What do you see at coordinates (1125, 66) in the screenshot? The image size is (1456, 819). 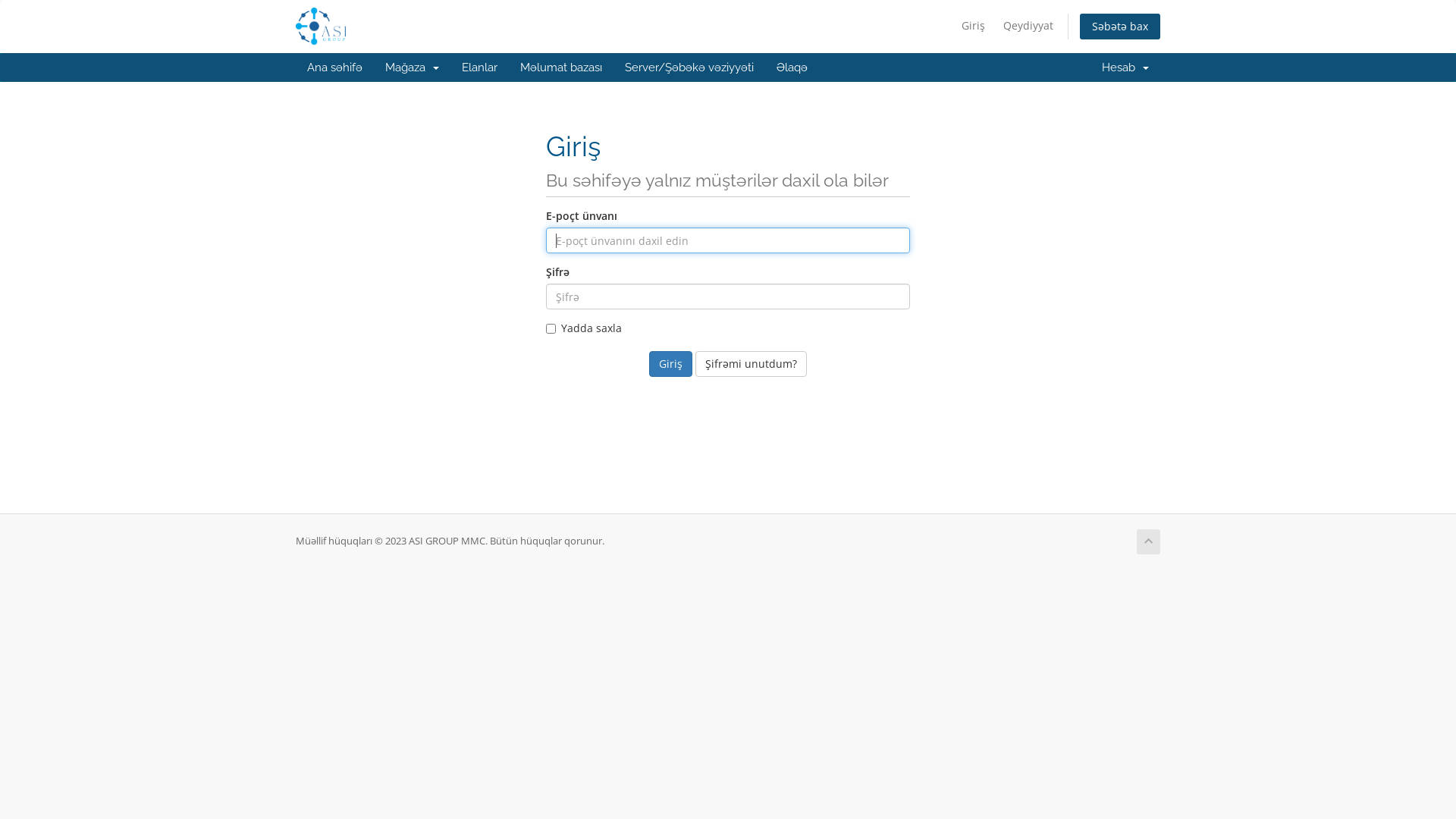 I see `'Hesab  '` at bounding box center [1125, 66].